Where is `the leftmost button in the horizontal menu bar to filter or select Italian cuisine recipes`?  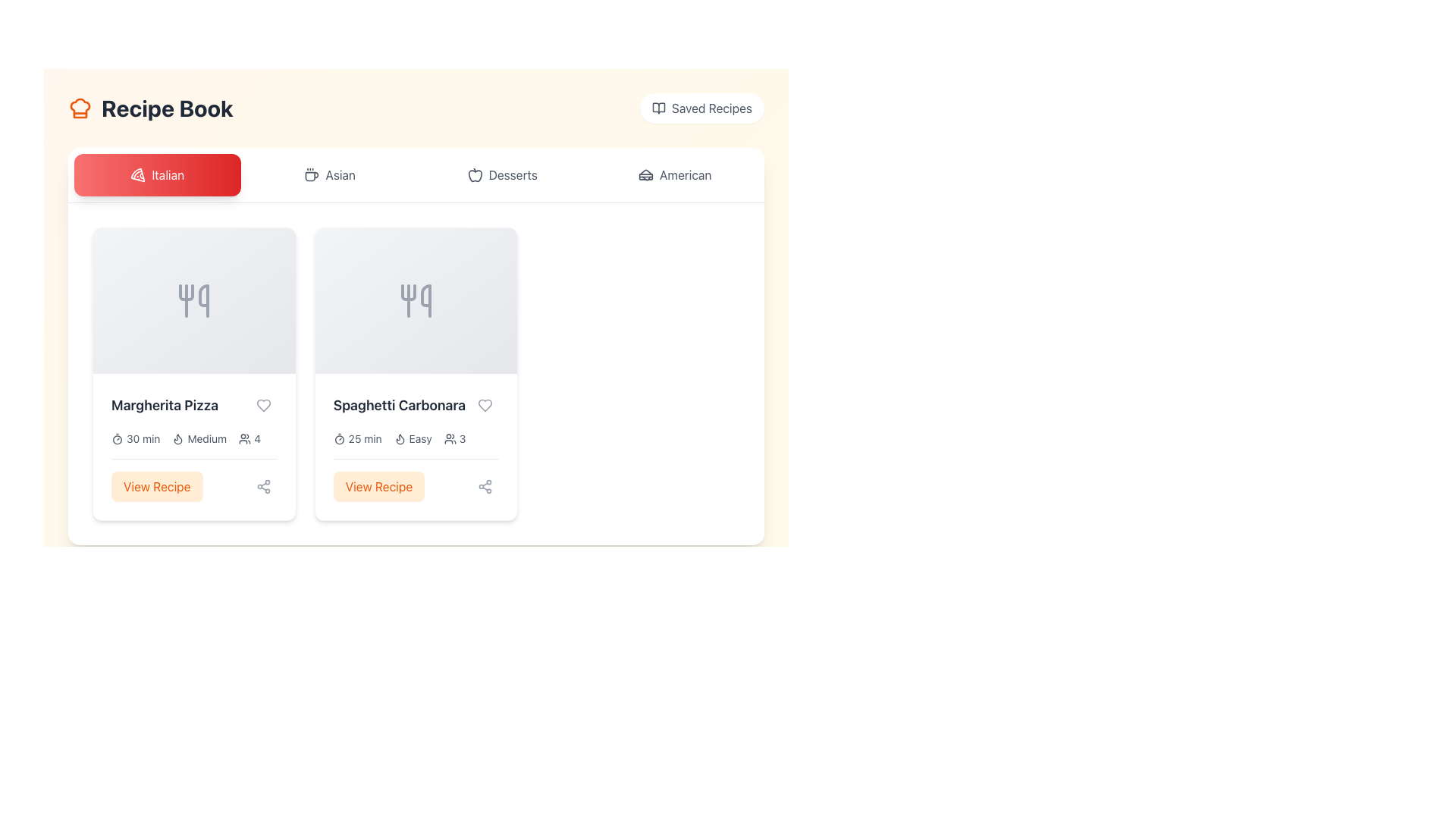 the leftmost button in the horizontal menu bar to filter or select Italian cuisine recipes is located at coordinates (157, 174).